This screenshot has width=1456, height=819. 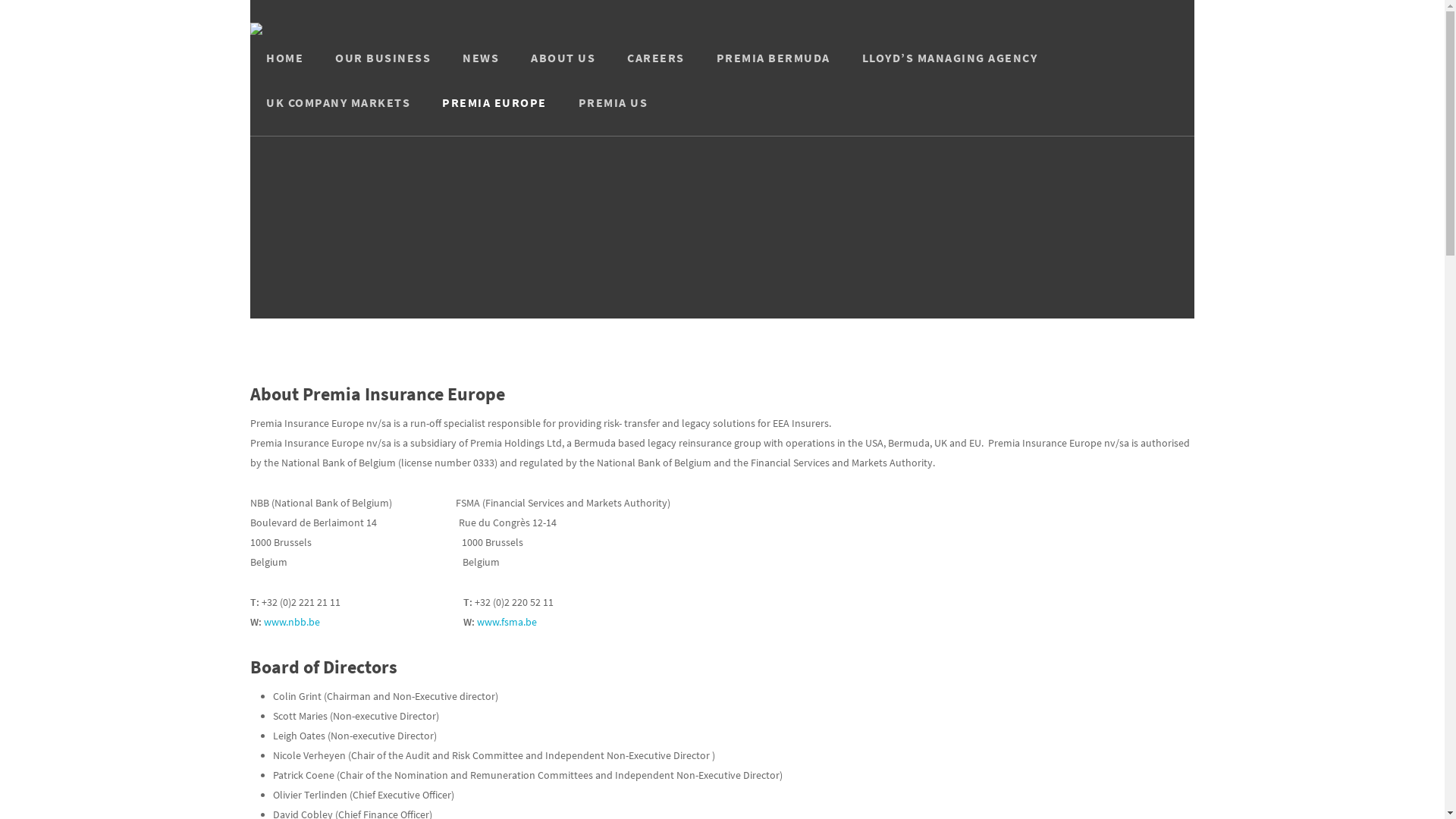 I want to click on 'NEWS', so click(x=479, y=69).